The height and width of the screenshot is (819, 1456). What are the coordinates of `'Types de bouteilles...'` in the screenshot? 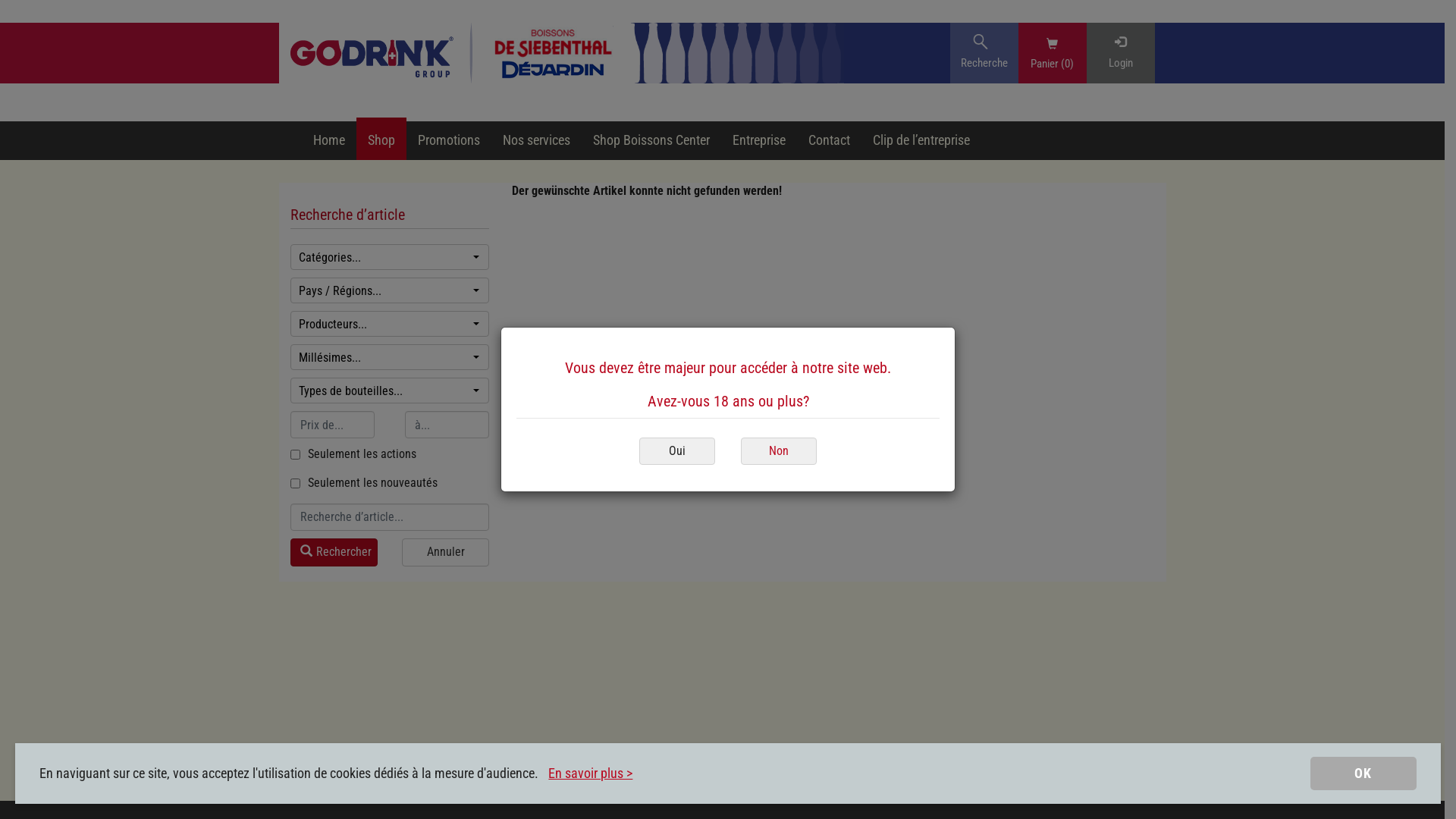 It's located at (290, 390).